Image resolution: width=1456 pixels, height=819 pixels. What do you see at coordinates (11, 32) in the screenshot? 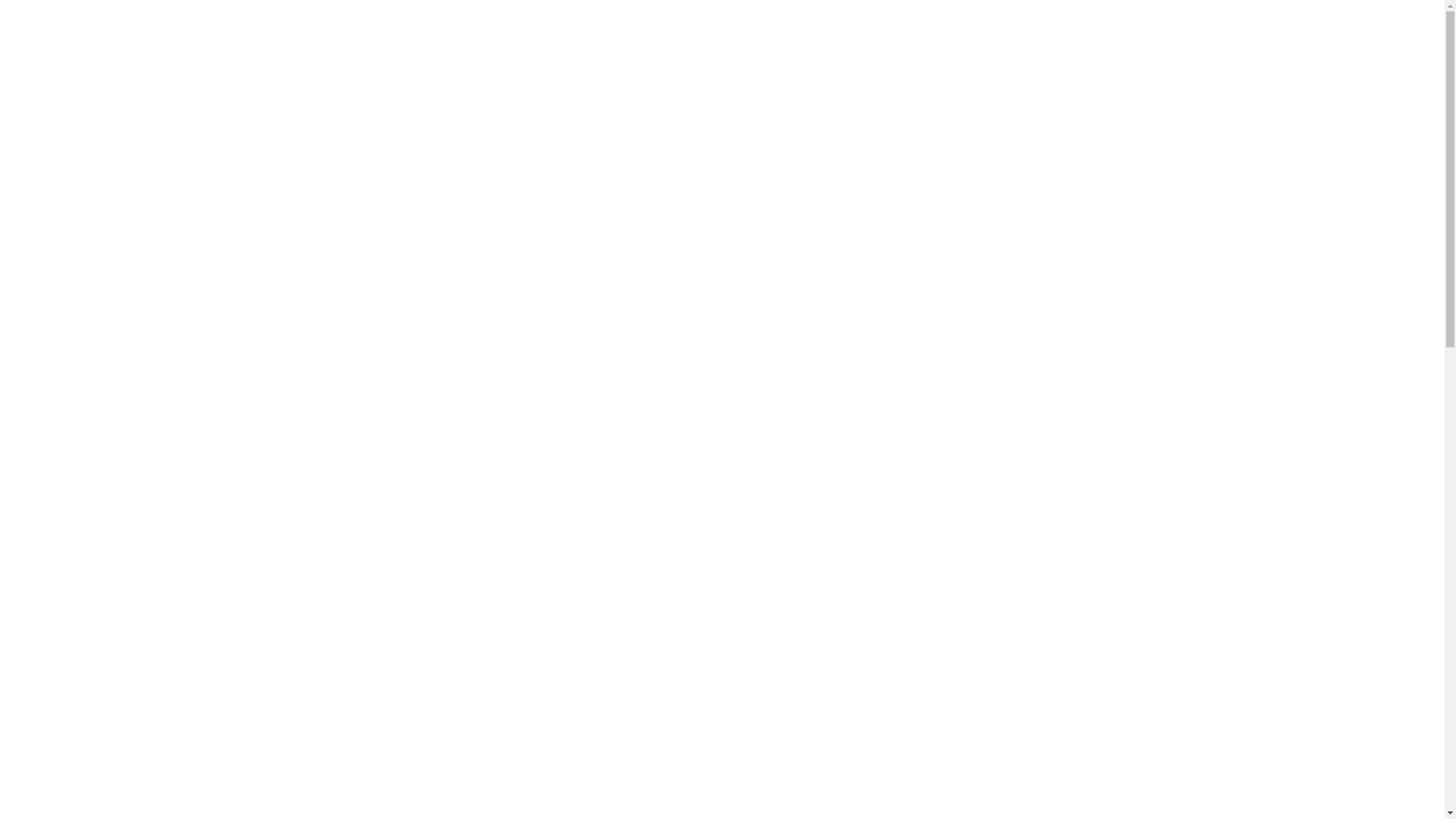
I see `'Aller au contenu'` at bounding box center [11, 32].